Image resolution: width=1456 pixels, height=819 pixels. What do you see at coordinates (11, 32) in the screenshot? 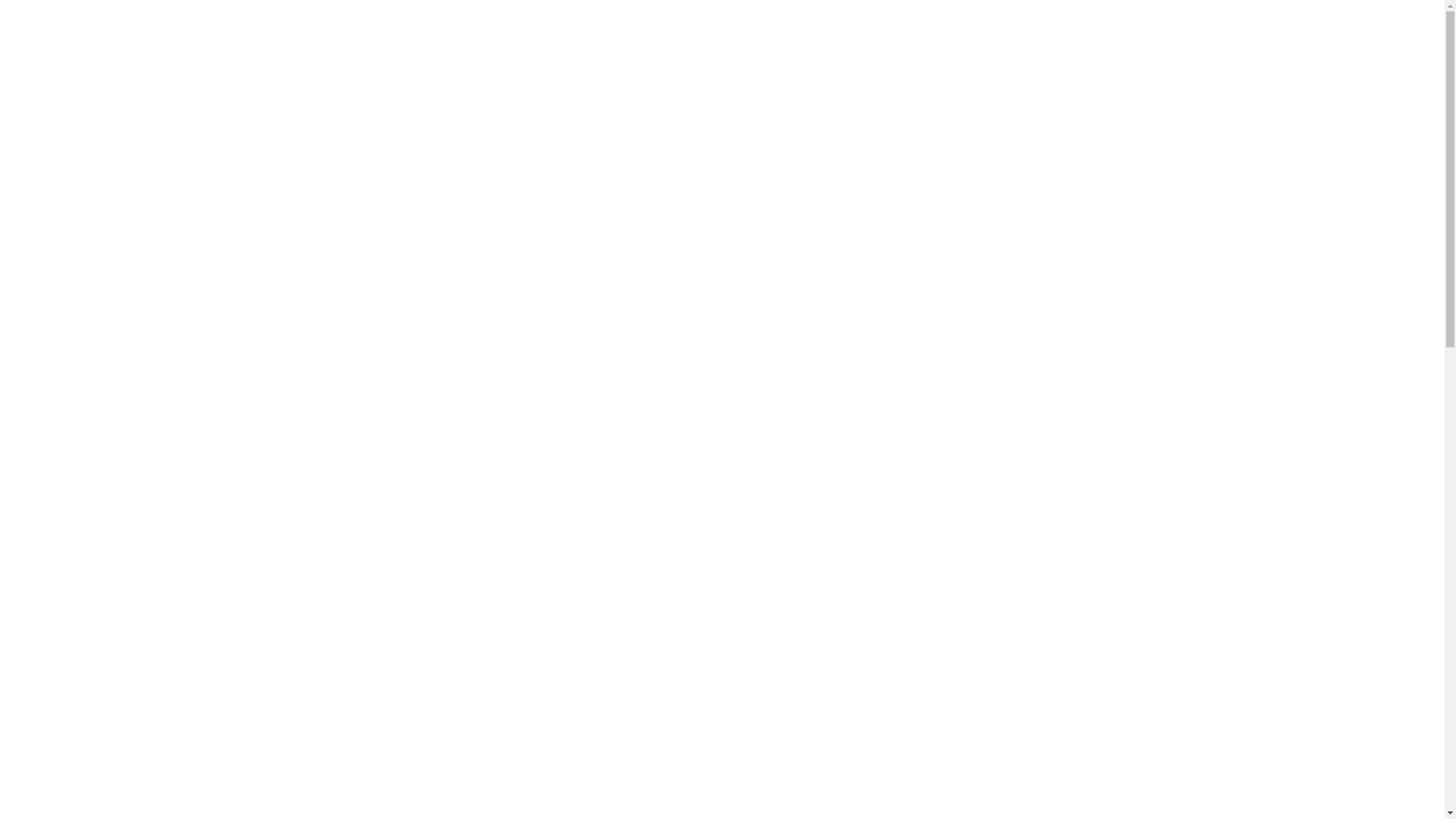
I see `'Aller au contenu'` at bounding box center [11, 32].